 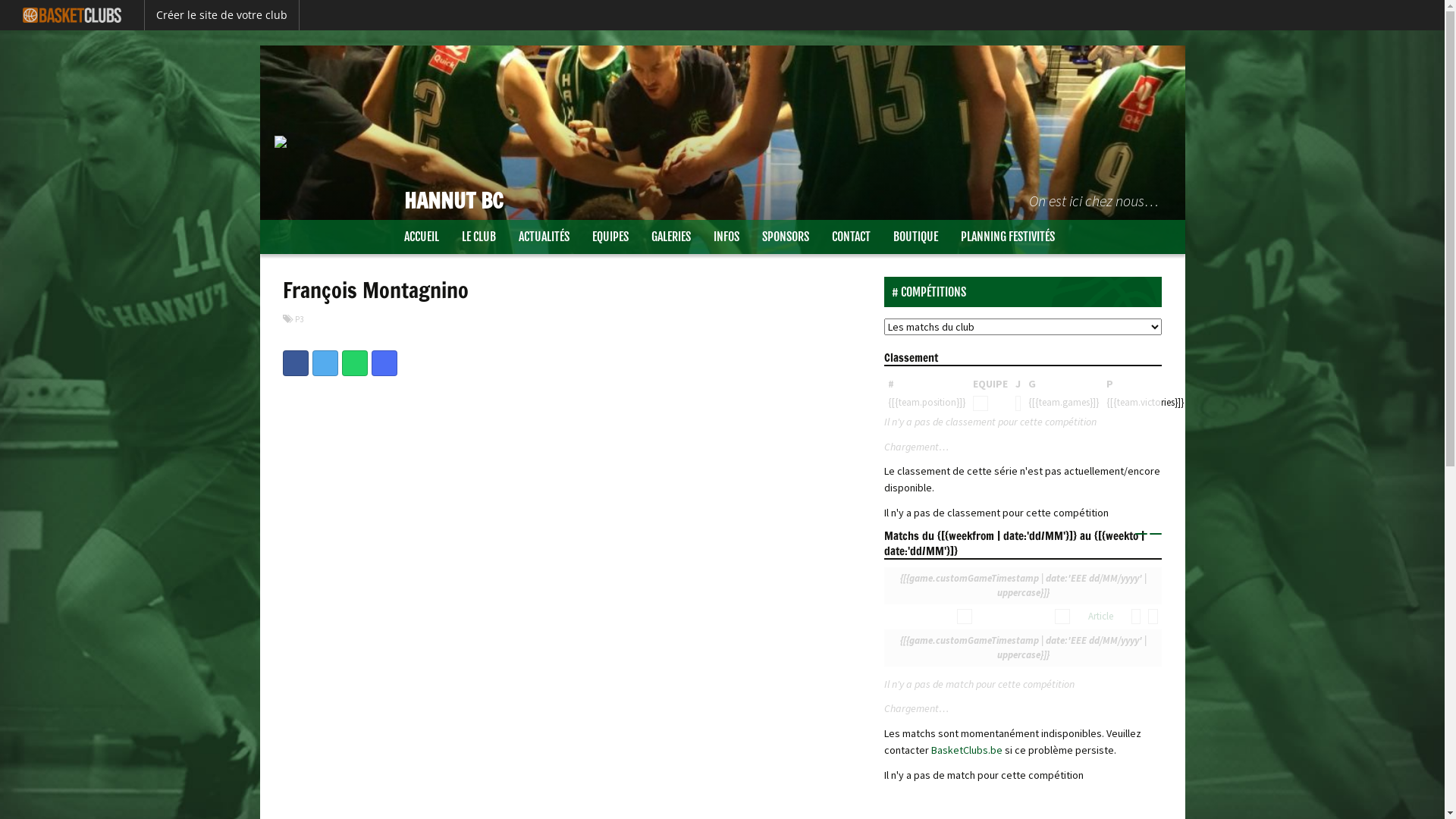 I want to click on 'BOUTIQUE', so click(x=914, y=237).